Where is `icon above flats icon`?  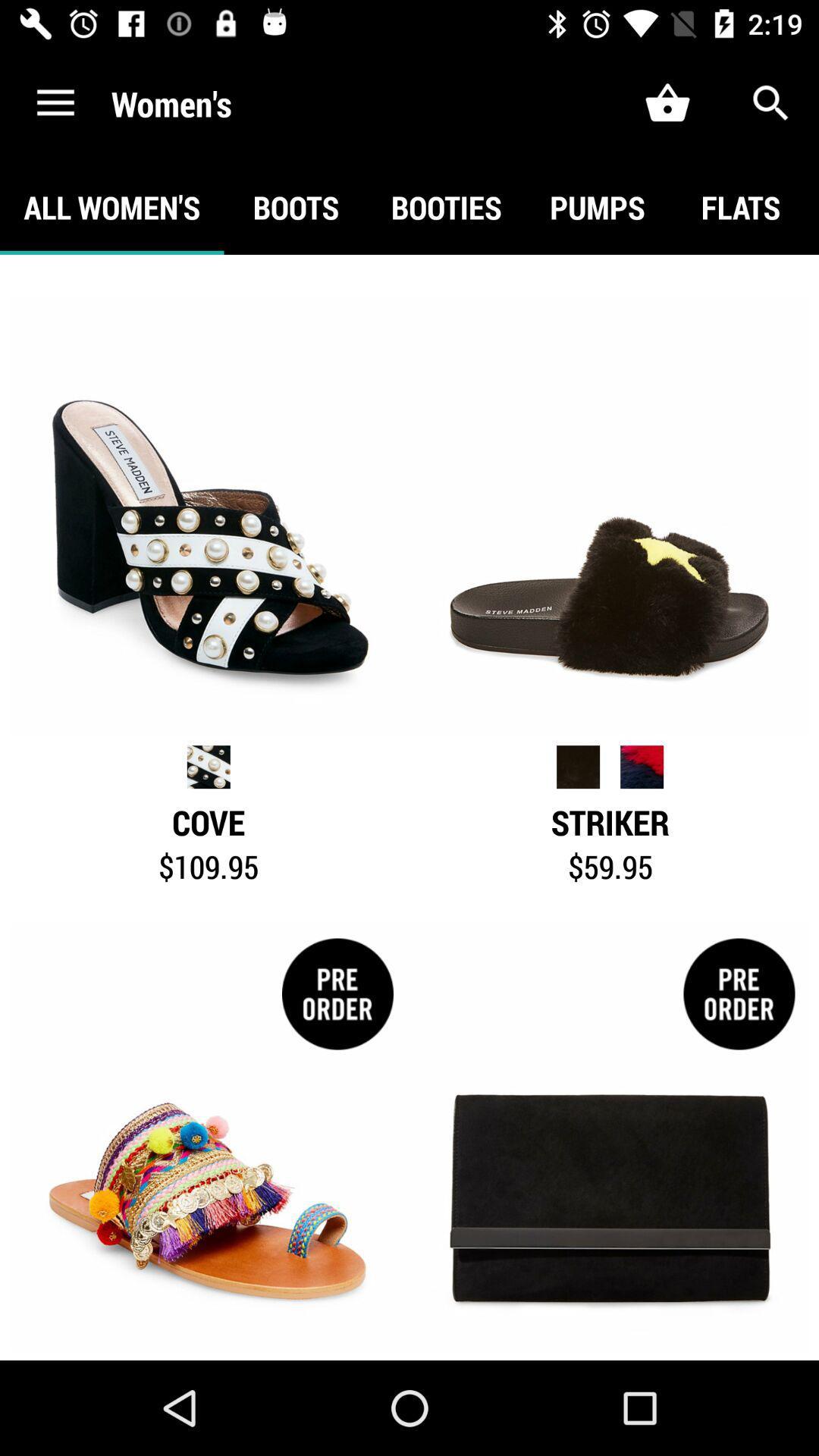 icon above flats icon is located at coordinates (771, 102).